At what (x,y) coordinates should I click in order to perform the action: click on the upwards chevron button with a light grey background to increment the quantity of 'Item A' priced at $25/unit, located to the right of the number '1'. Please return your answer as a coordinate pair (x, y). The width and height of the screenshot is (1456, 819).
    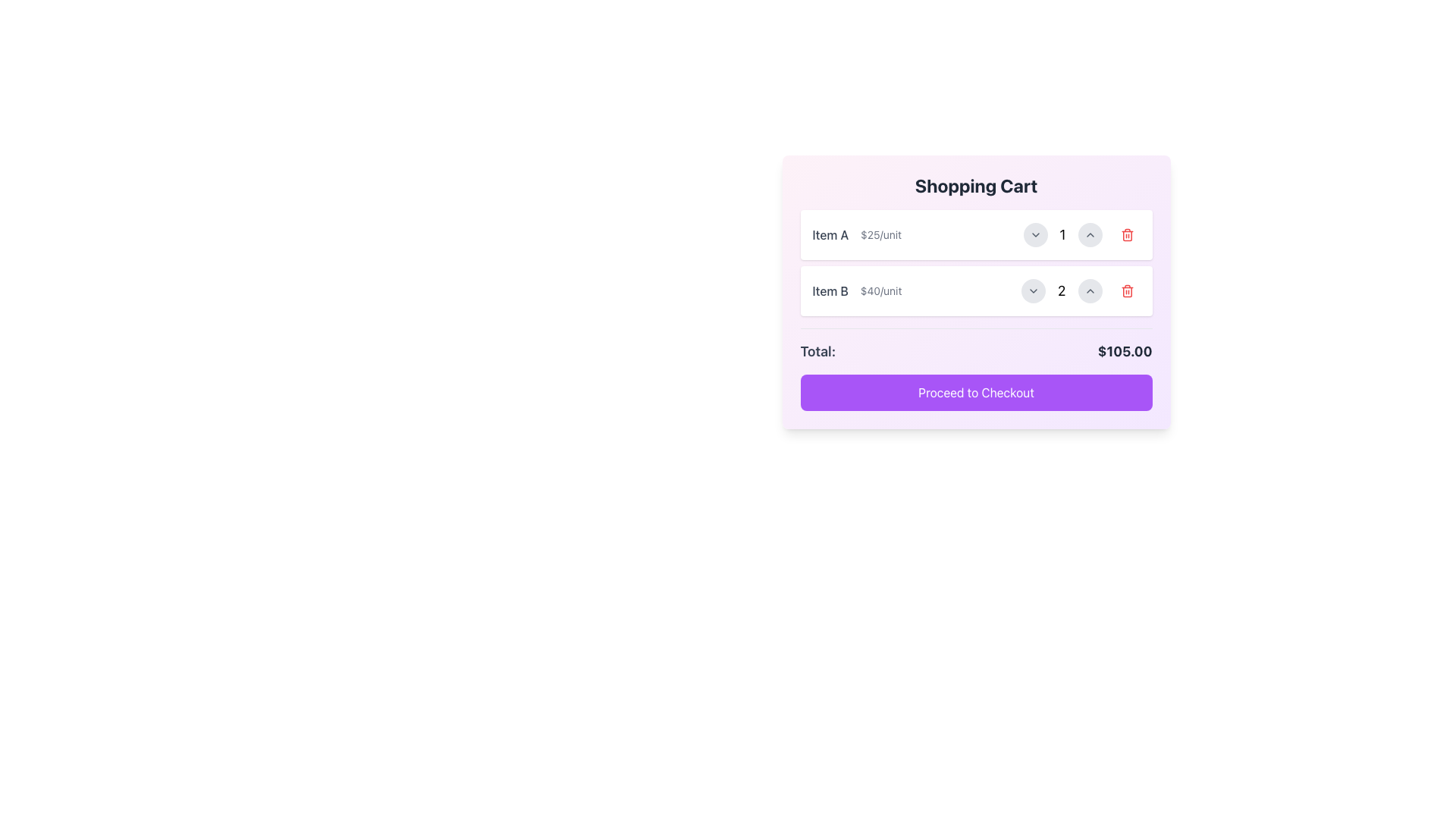
    Looking at the image, I should click on (1081, 234).